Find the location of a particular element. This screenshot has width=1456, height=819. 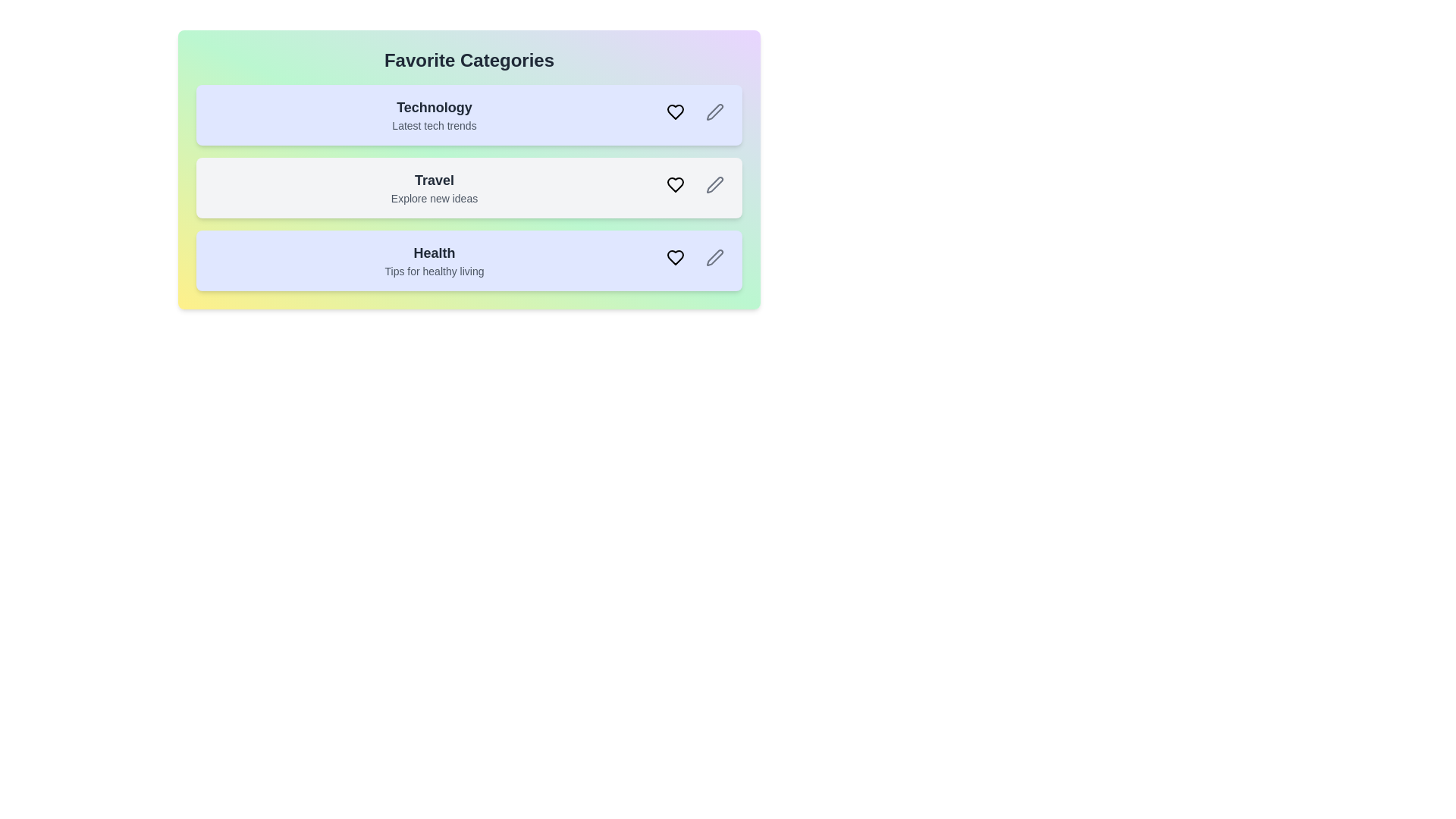

the heart icon button to toggle the favorite status of the category Technology is located at coordinates (675, 111).